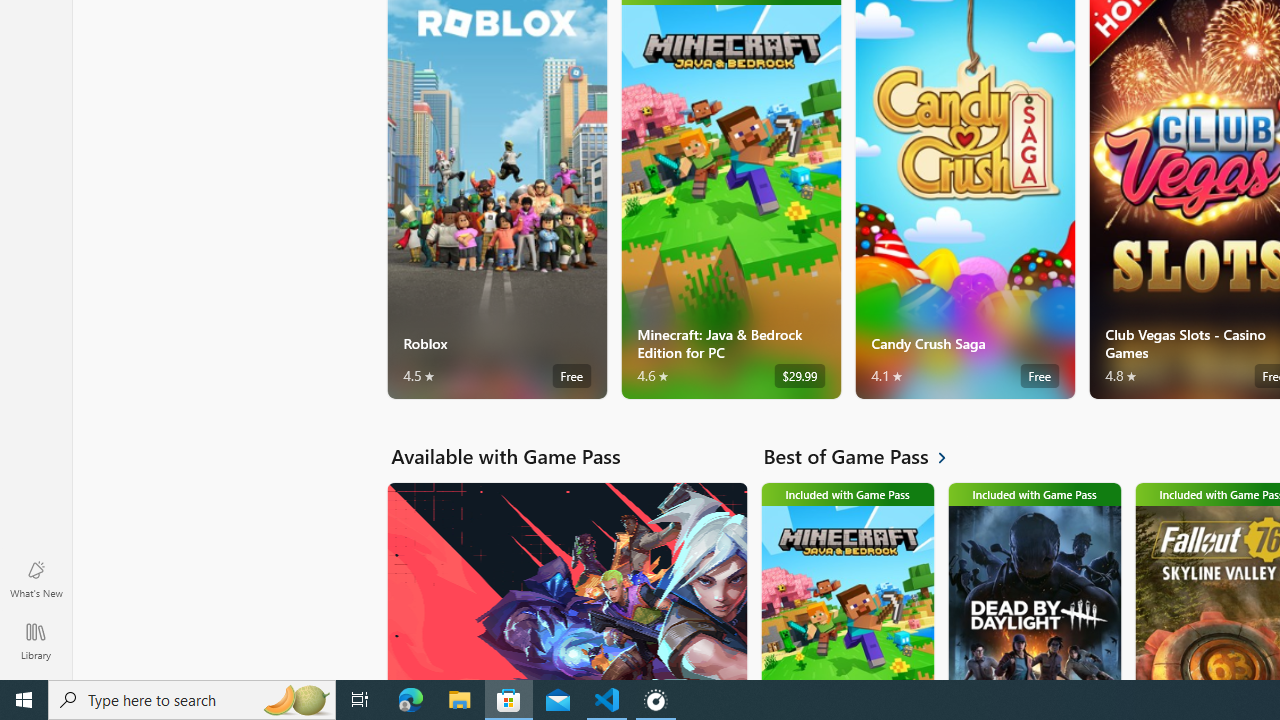  What do you see at coordinates (866, 456) in the screenshot?
I see `'See all  Best of Game Pass'` at bounding box center [866, 456].